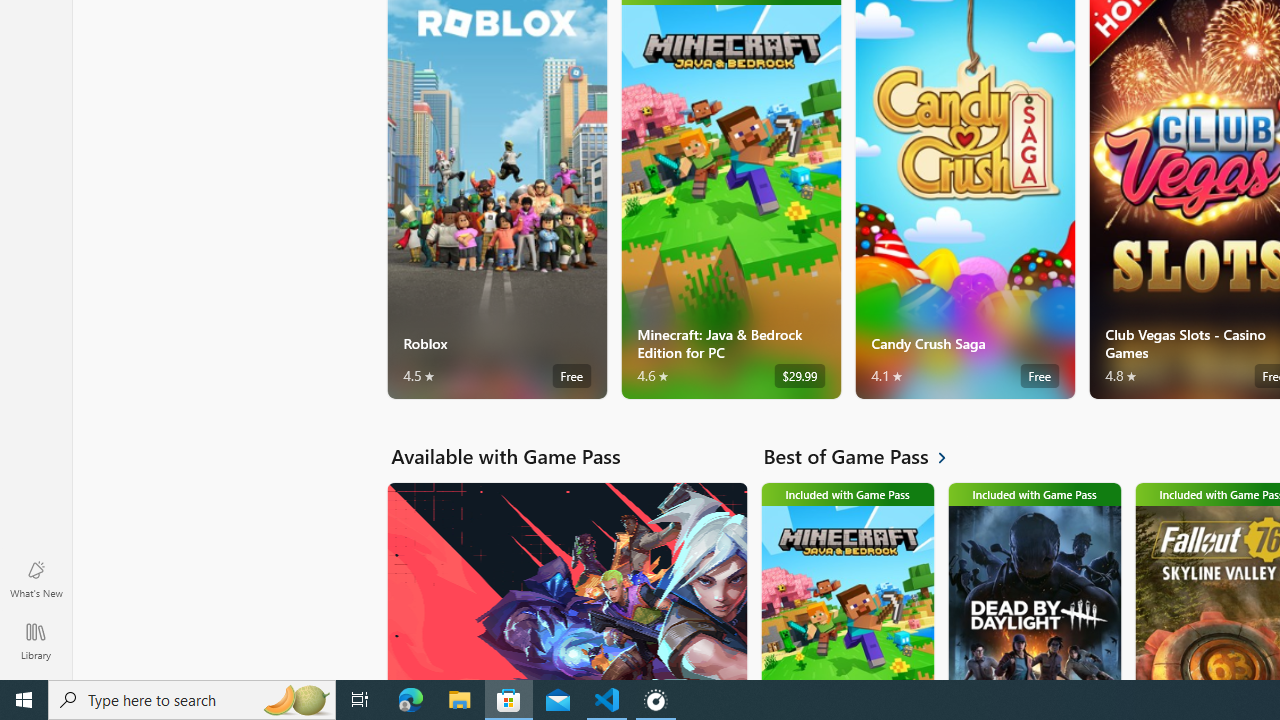  What do you see at coordinates (866, 456) in the screenshot?
I see `'See all  Best of Game Pass'` at bounding box center [866, 456].